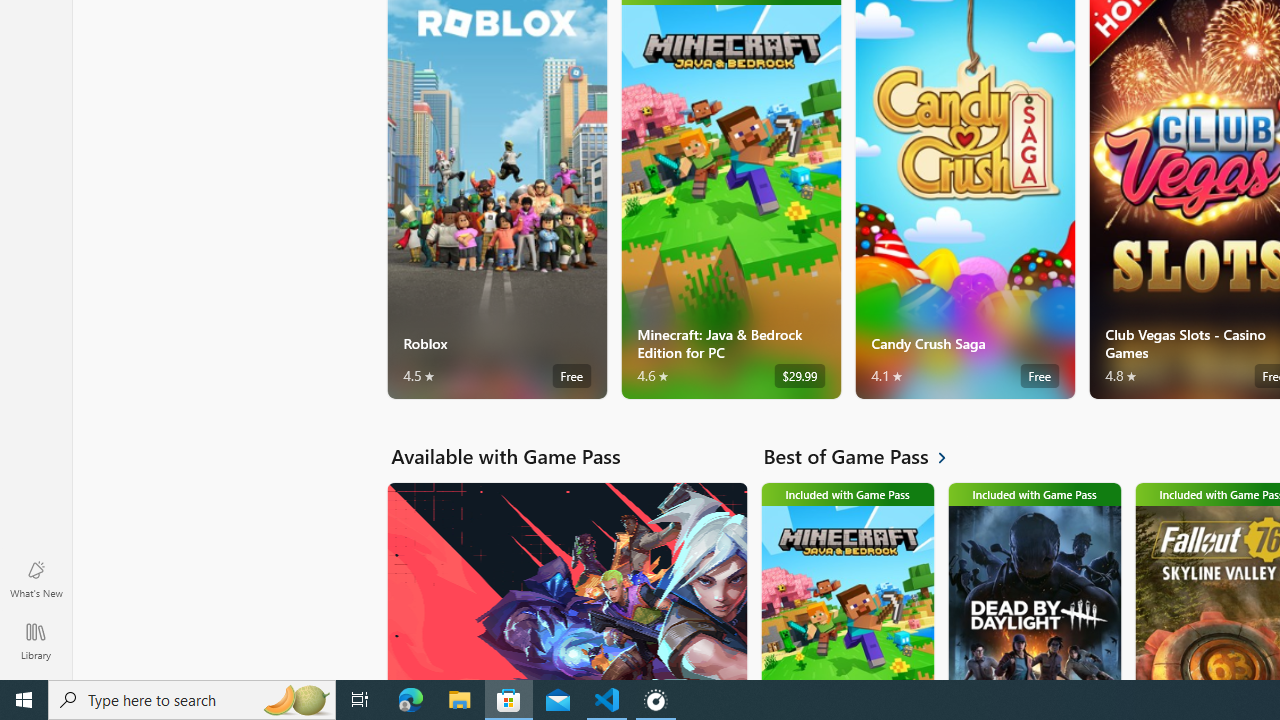  What do you see at coordinates (866, 456) in the screenshot?
I see `'See all  Best of Game Pass'` at bounding box center [866, 456].